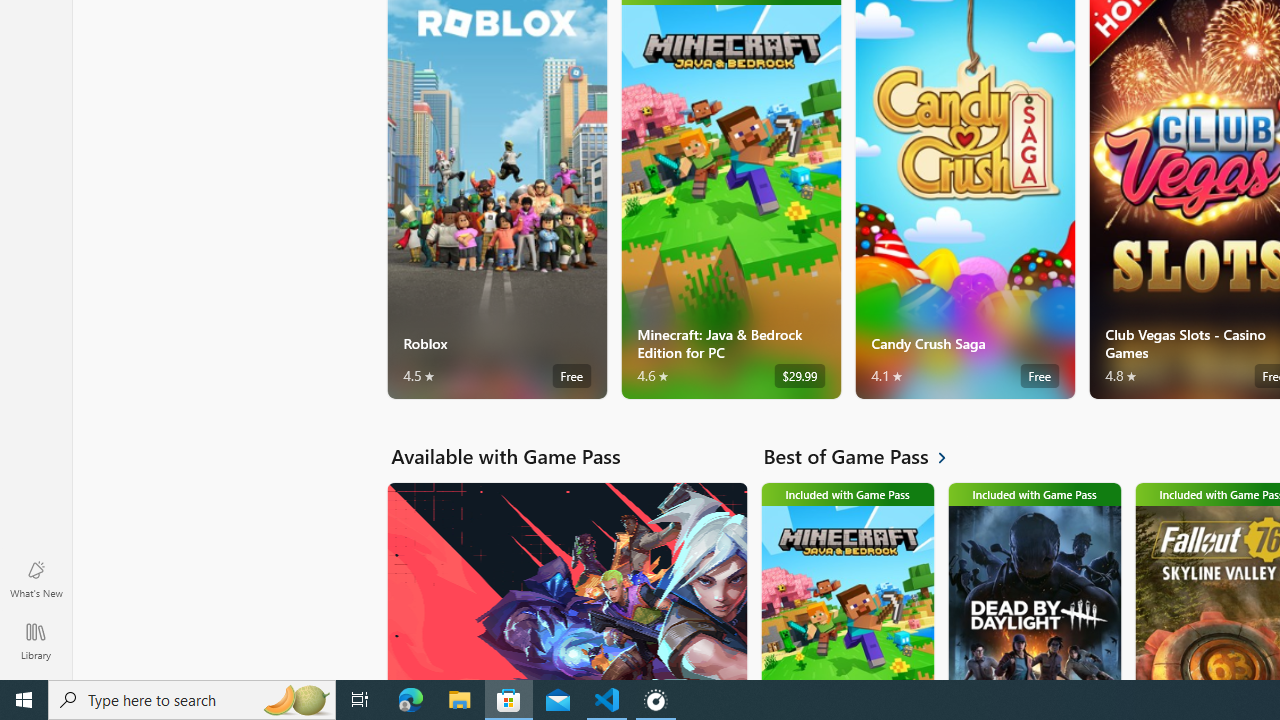  What do you see at coordinates (866, 456) in the screenshot?
I see `'See all  Best of Game Pass'` at bounding box center [866, 456].